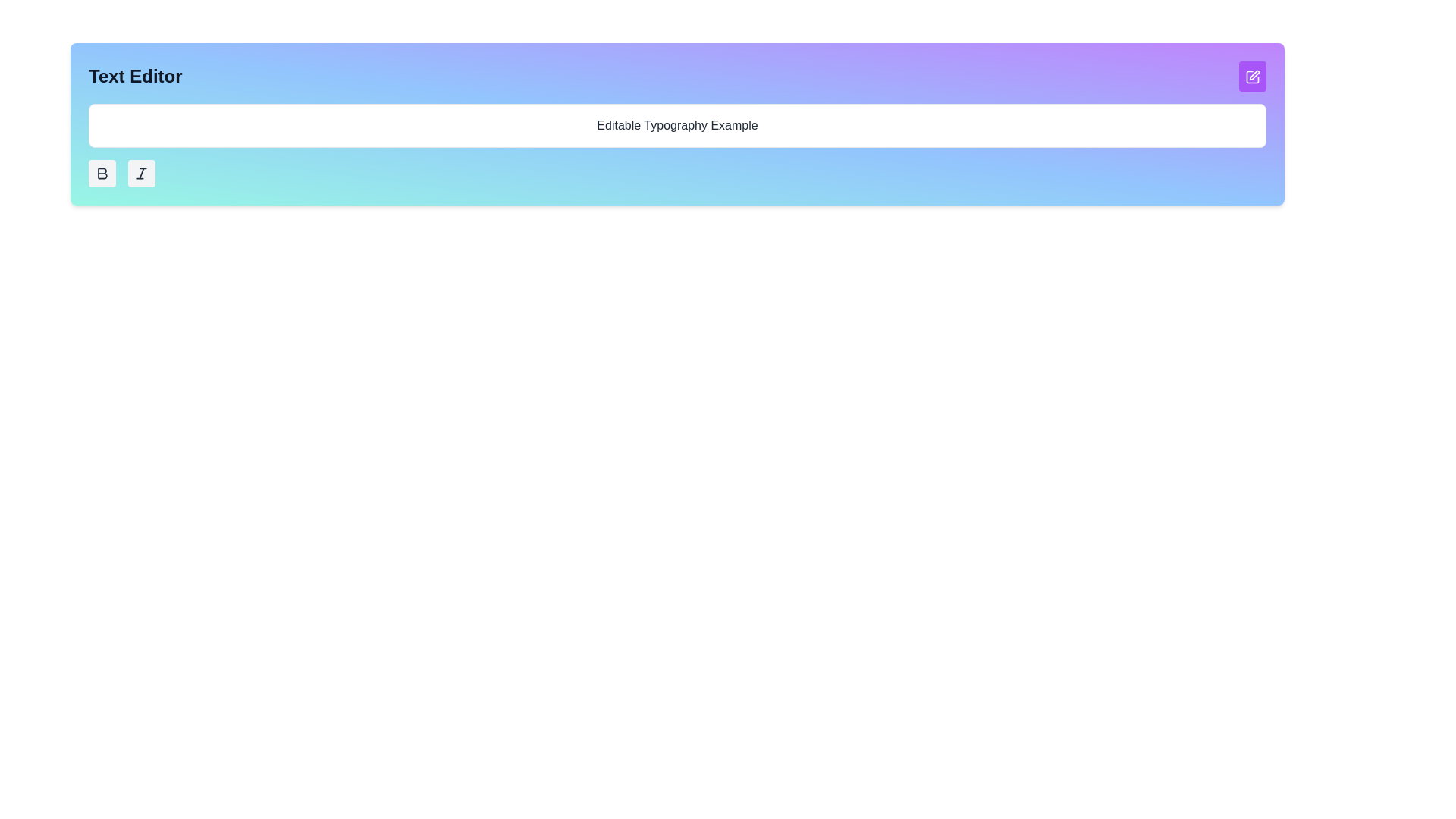  I want to click on on the editing tool icon in the top-right corner of the interface, so click(1254, 75).